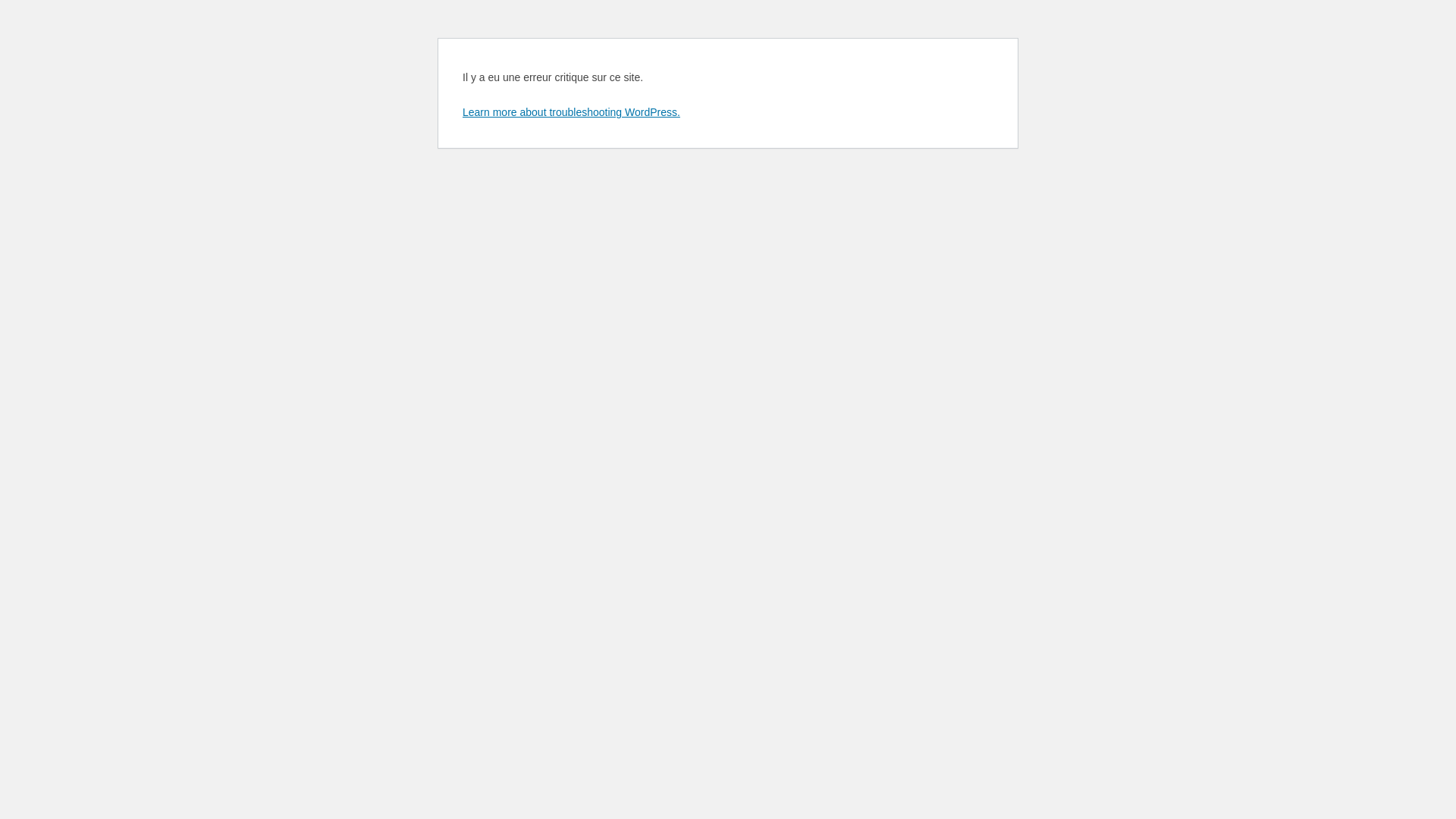  Describe the element at coordinates (570, 111) in the screenshot. I see `'Learn more about troubleshooting WordPress.'` at that location.